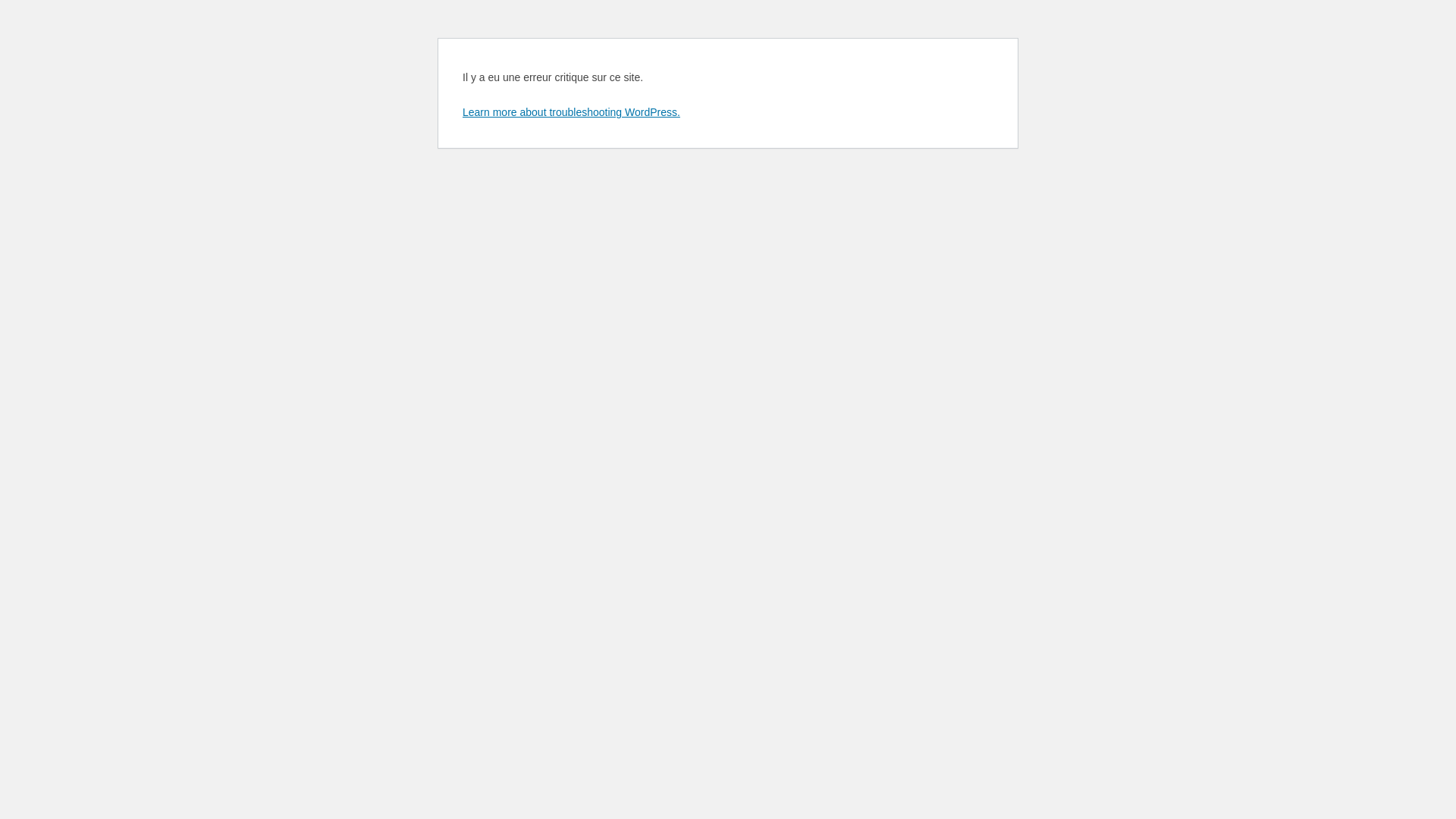  Describe the element at coordinates (570, 111) in the screenshot. I see `'Learn more about troubleshooting WordPress.'` at that location.